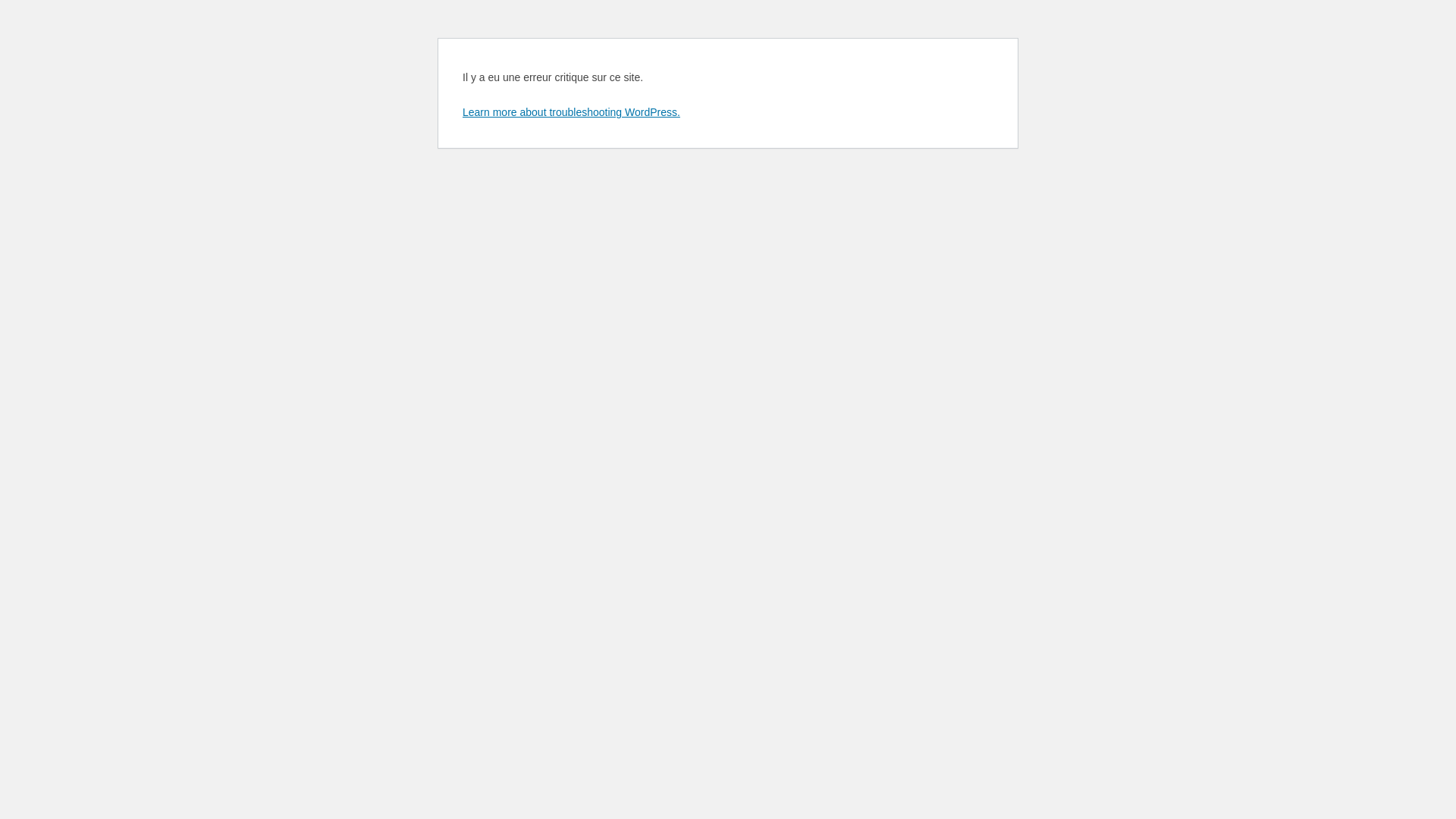  Describe the element at coordinates (570, 111) in the screenshot. I see `'Learn more about troubleshooting WordPress.'` at that location.